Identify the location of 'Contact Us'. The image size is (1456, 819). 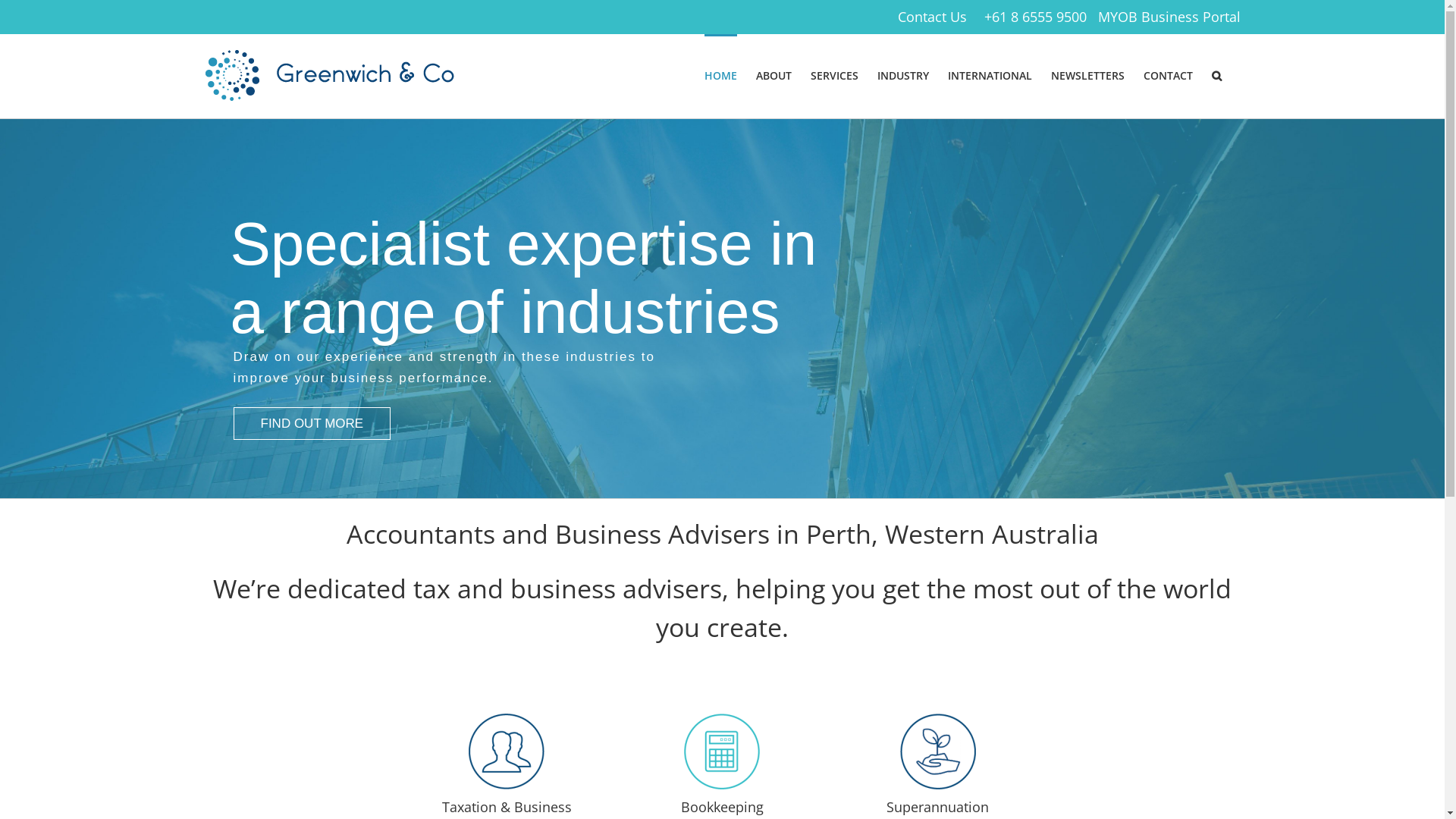
(931, 17).